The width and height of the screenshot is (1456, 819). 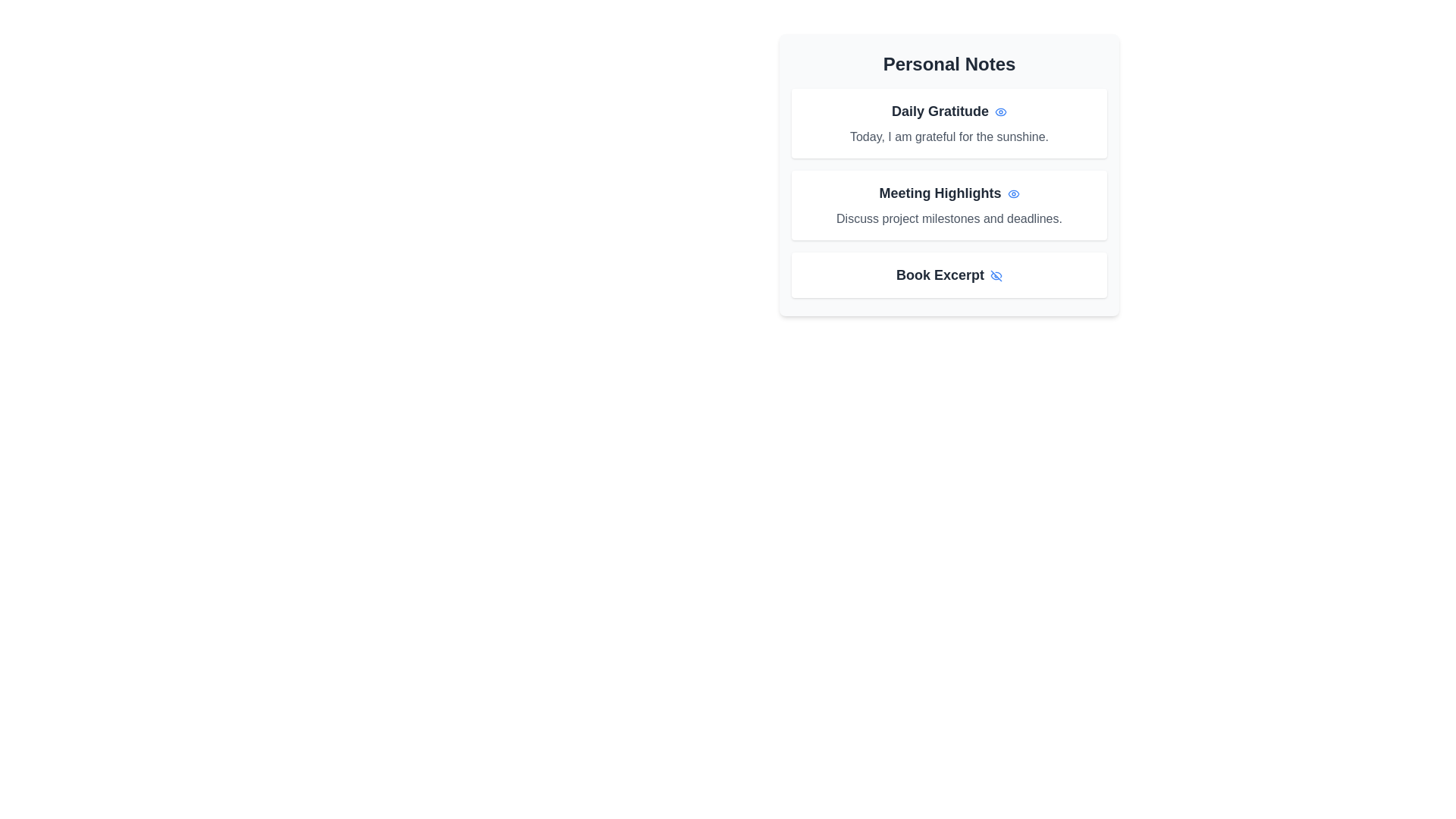 I want to click on the eye icon of the note titled Meeting Highlights to toggle its visibility, so click(x=1012, y=192).